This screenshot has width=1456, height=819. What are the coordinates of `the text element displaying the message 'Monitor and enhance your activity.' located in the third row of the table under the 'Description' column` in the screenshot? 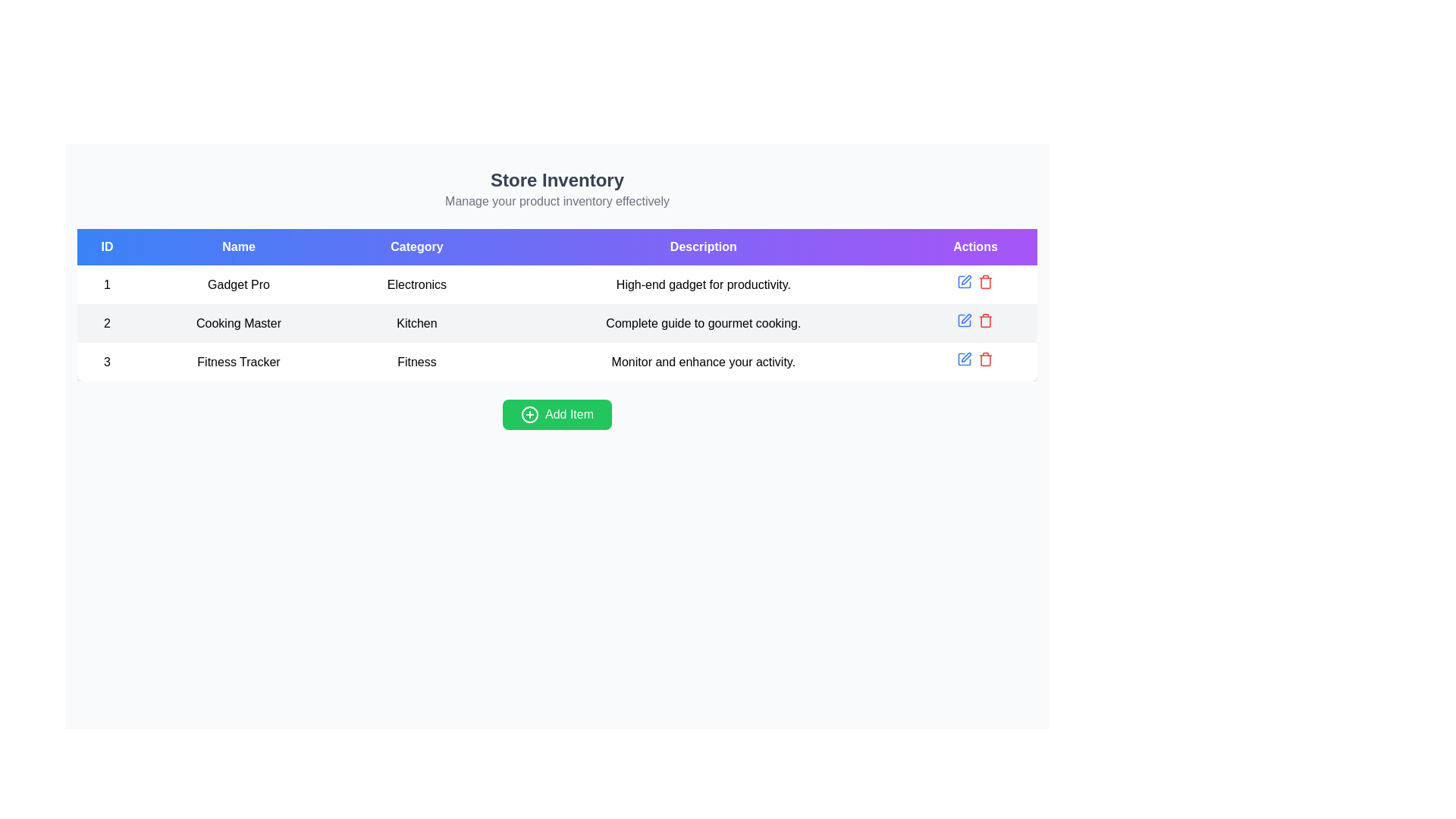 It's located at (702, 362).